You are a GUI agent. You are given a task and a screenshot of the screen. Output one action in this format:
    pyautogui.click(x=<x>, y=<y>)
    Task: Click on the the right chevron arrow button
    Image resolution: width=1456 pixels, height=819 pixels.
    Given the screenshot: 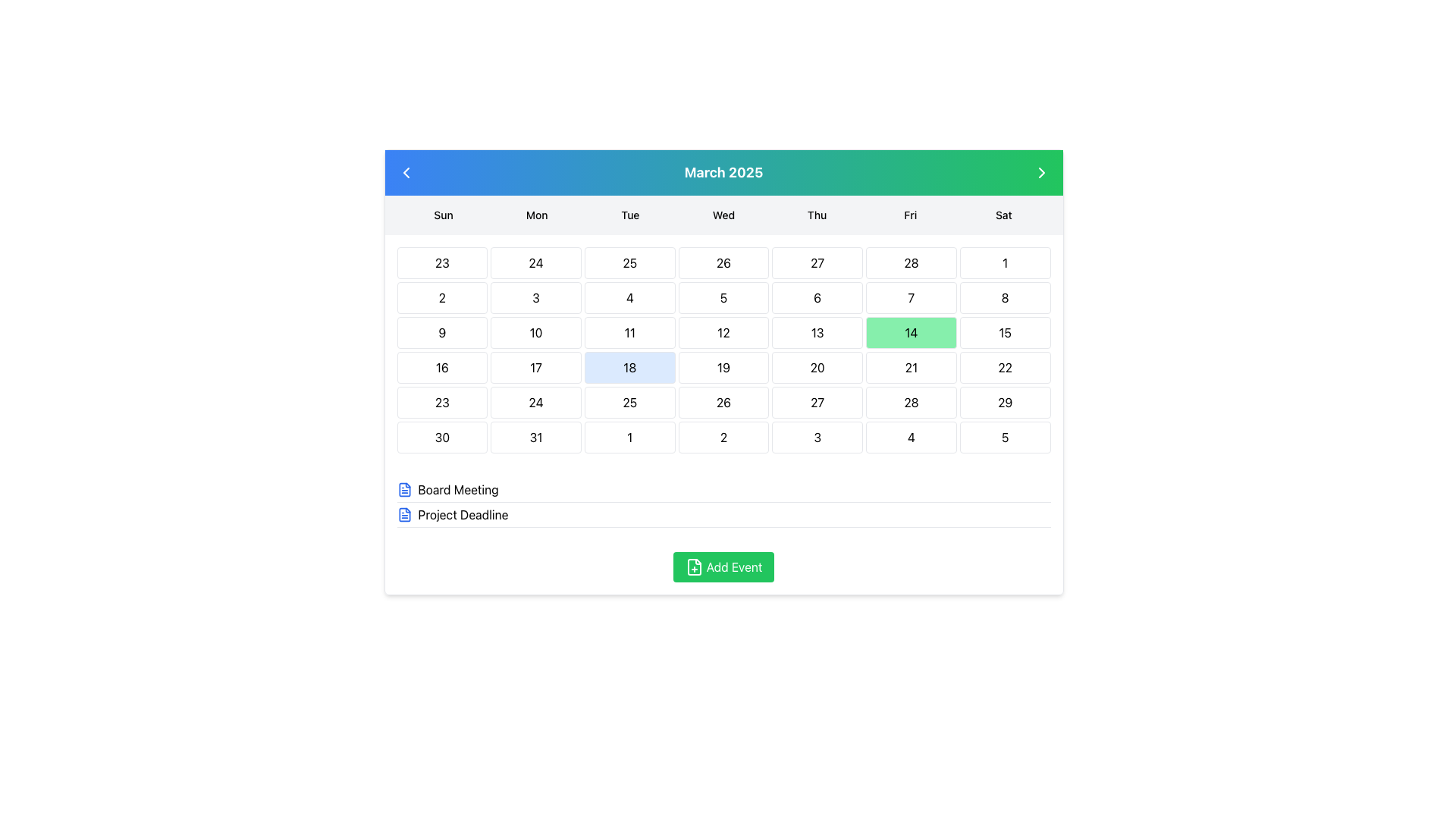 What is the action you would take?
    pyautogui.click(x=1040, y=171)
    